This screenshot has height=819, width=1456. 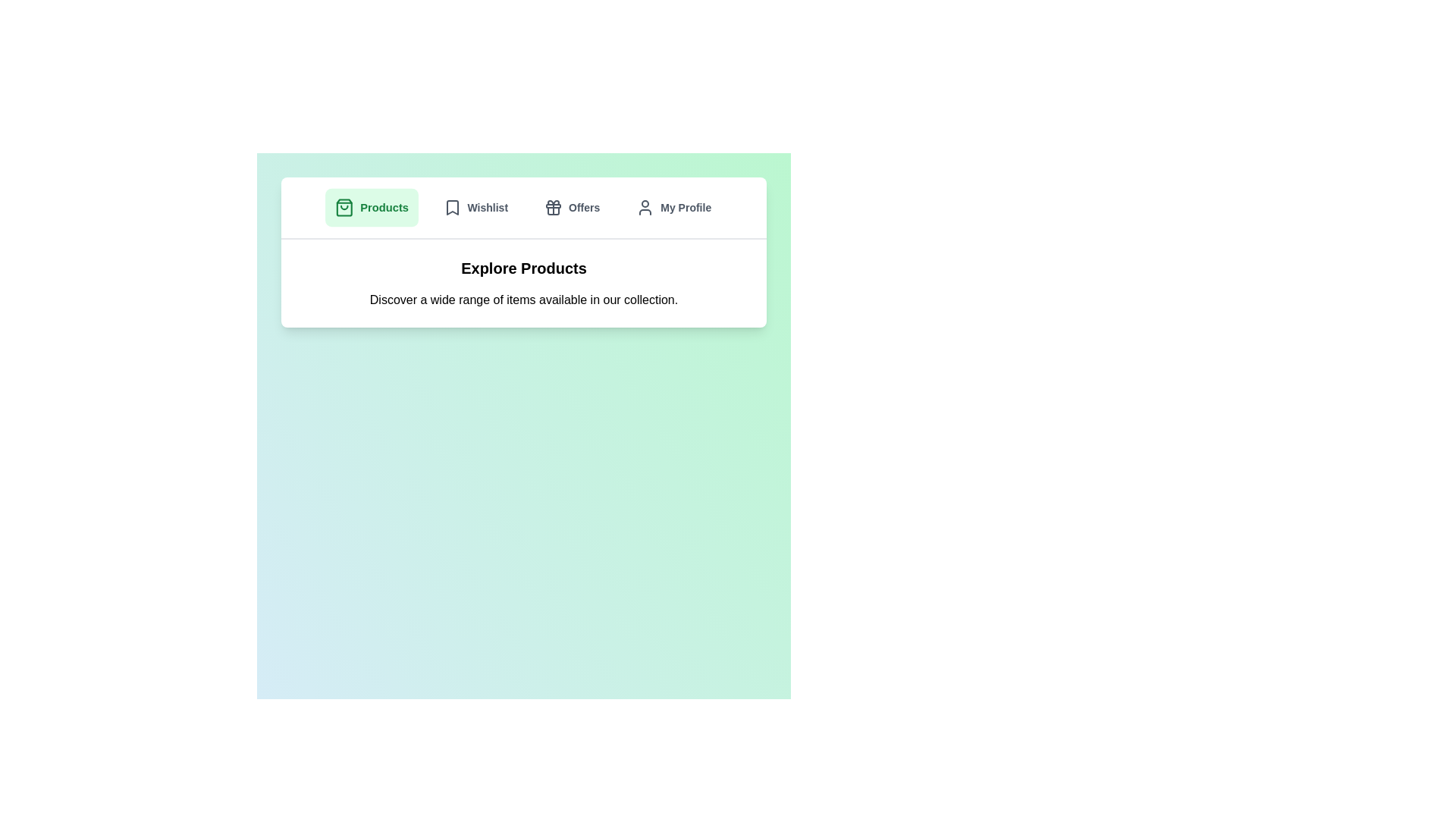 I want to click on the 'Products' button in the navigation bar, which is marked with a green background when active, so click(x=344, y=207).